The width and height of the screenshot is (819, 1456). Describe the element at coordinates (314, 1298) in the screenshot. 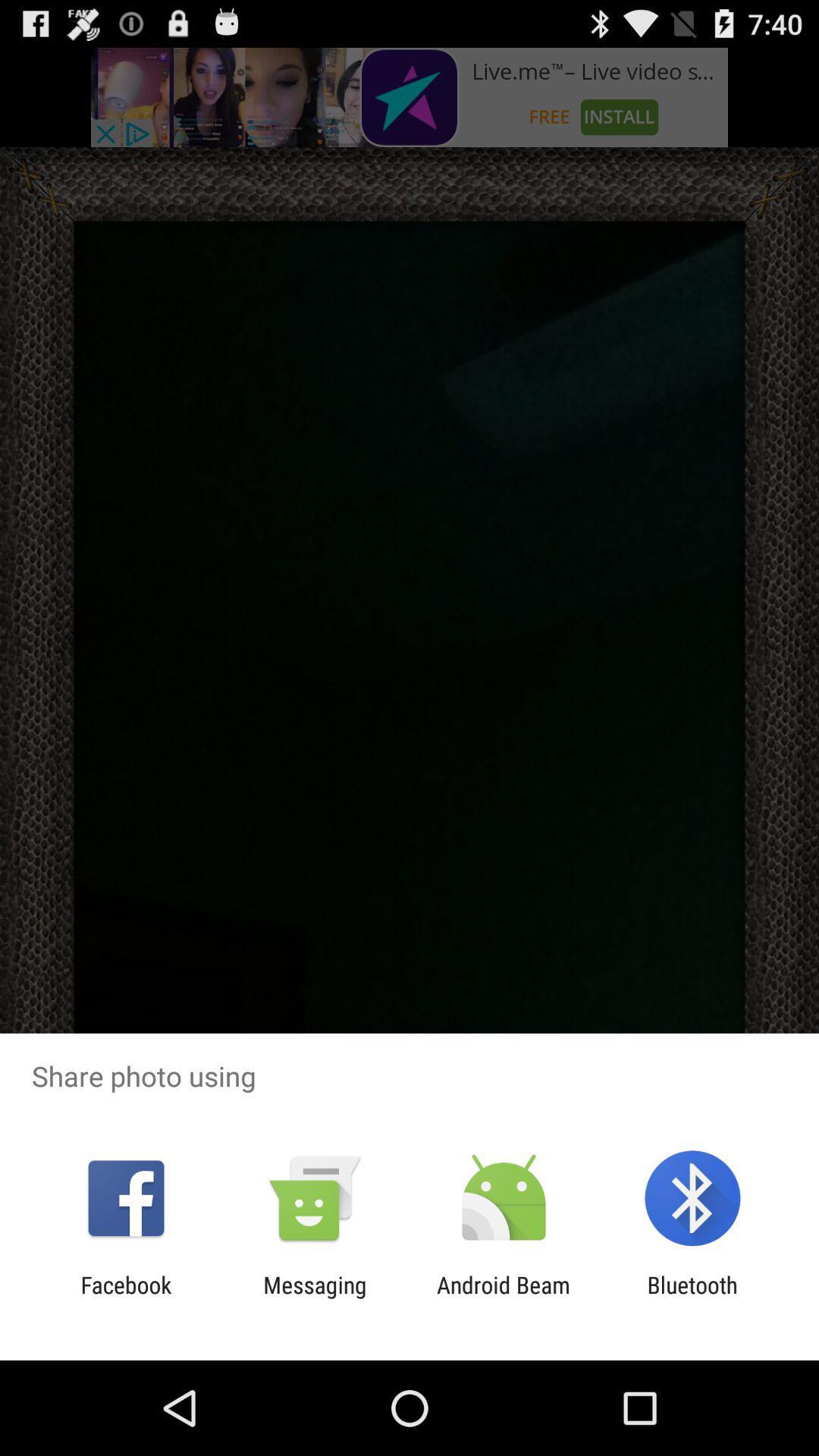

I see `icon to the left of android beam` at that location.